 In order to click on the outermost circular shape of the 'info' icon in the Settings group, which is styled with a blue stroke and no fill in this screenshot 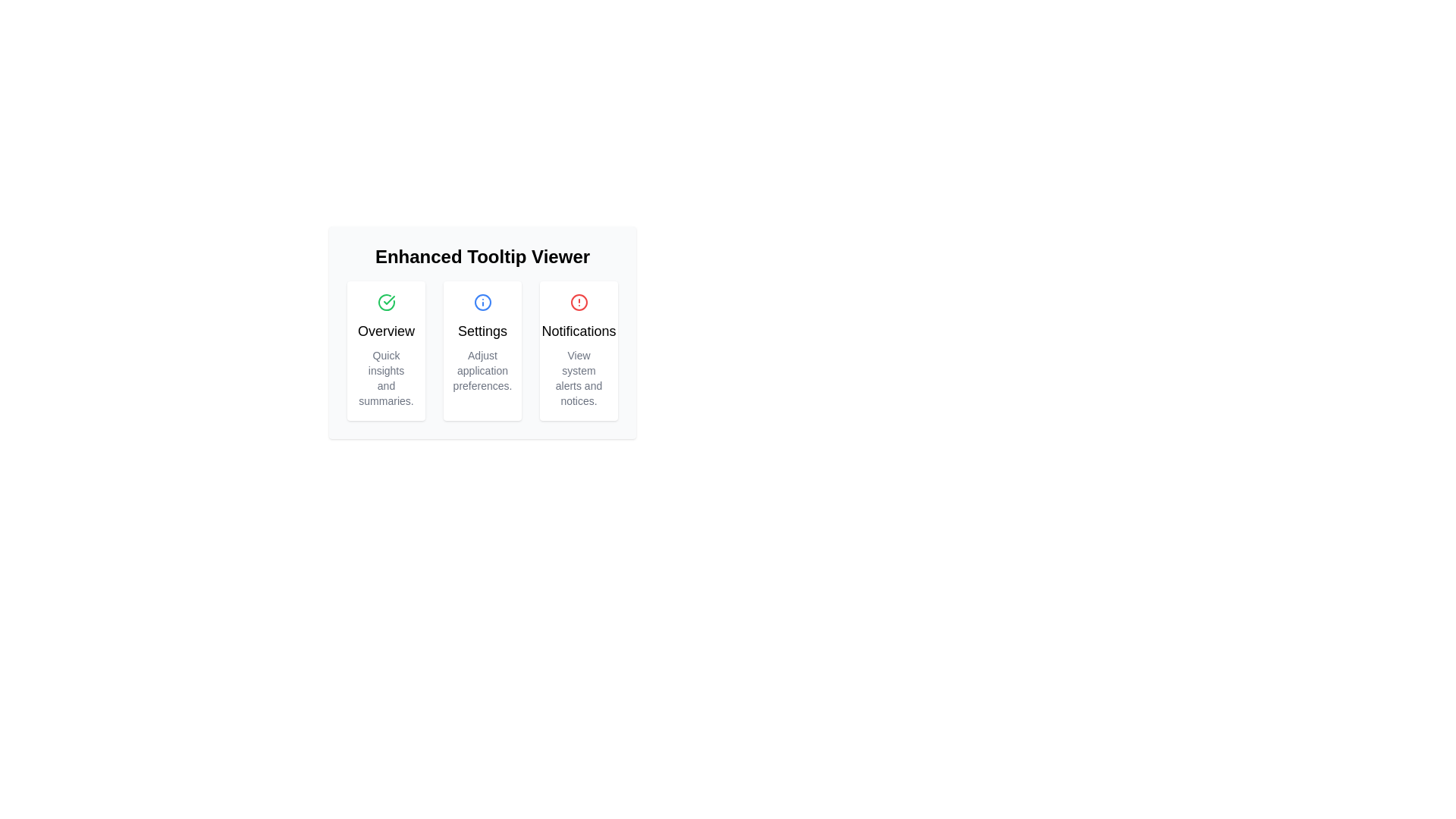, I will do `click(482, 302)`.